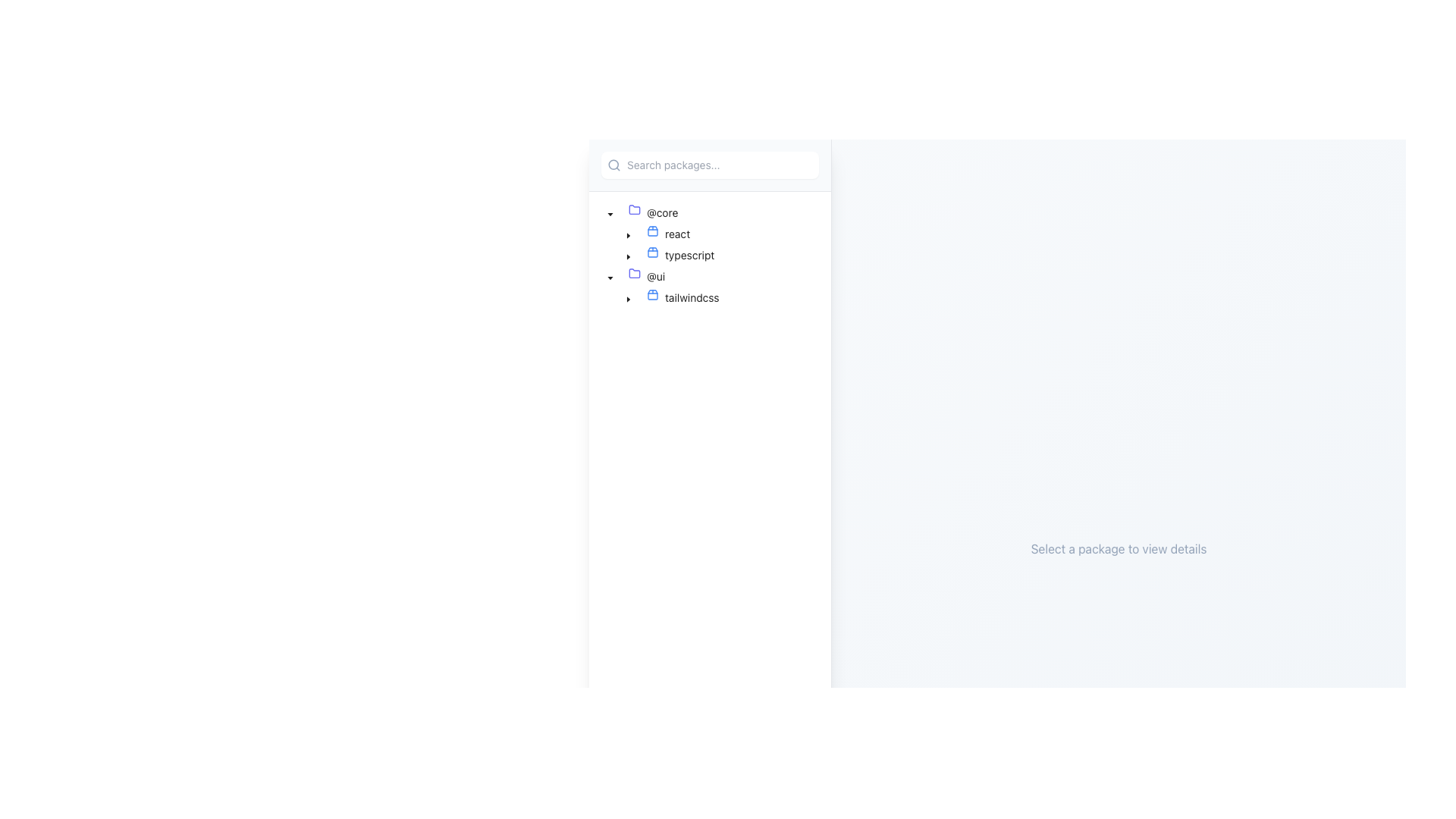 The image size is (1456, 819). I want to click on the tree node with the folder icon in purple and text '@ui', located under the '@core' directory in the left panel, so click(647, 277).